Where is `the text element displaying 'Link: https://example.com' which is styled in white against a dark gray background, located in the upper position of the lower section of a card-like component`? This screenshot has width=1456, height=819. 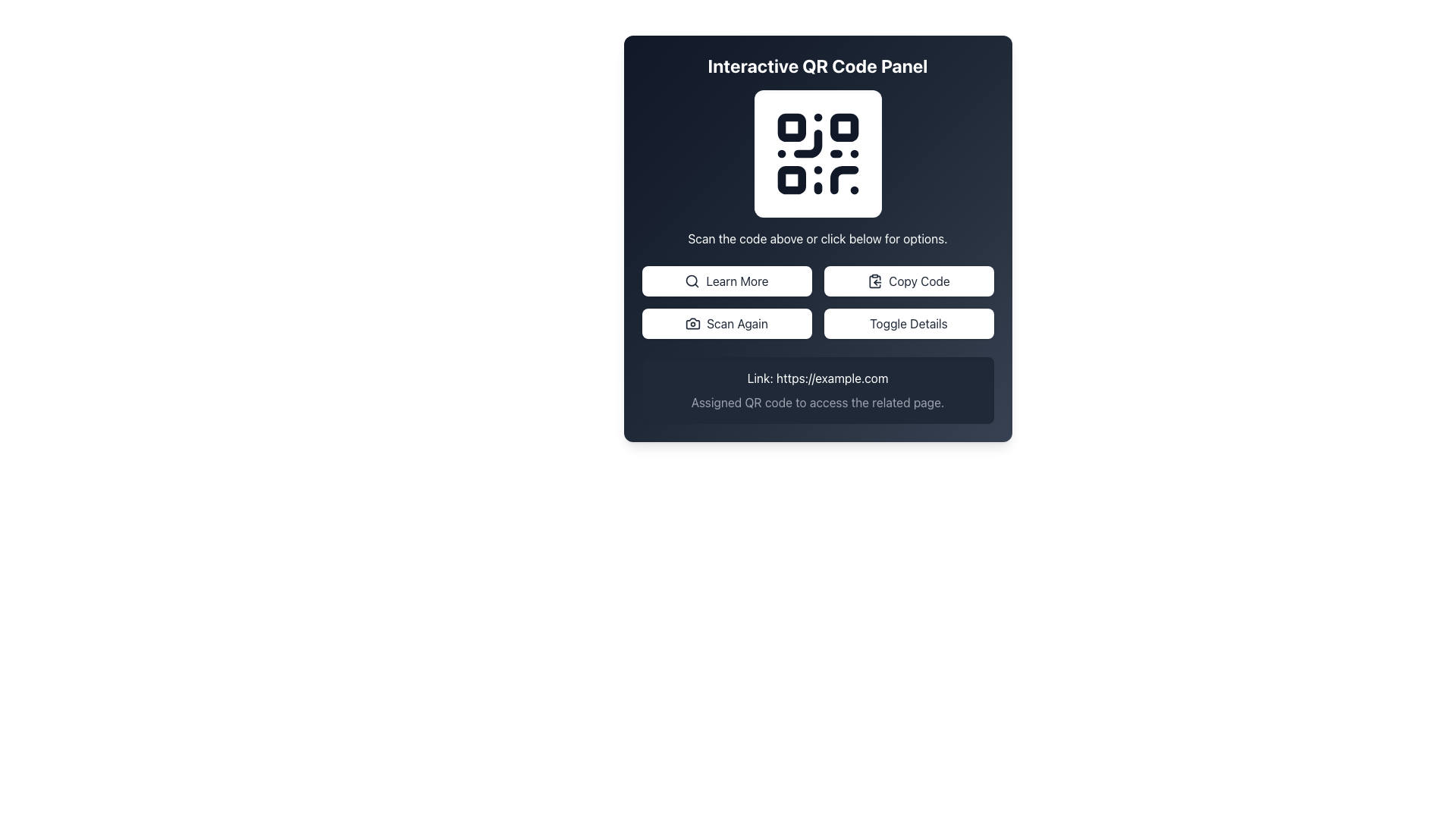
the text element displaying 'Link: https://example.com' which is styled in white against a dark gray background, located in the upper position of the lower section of a card-like component is located at coordinates (817, 377).